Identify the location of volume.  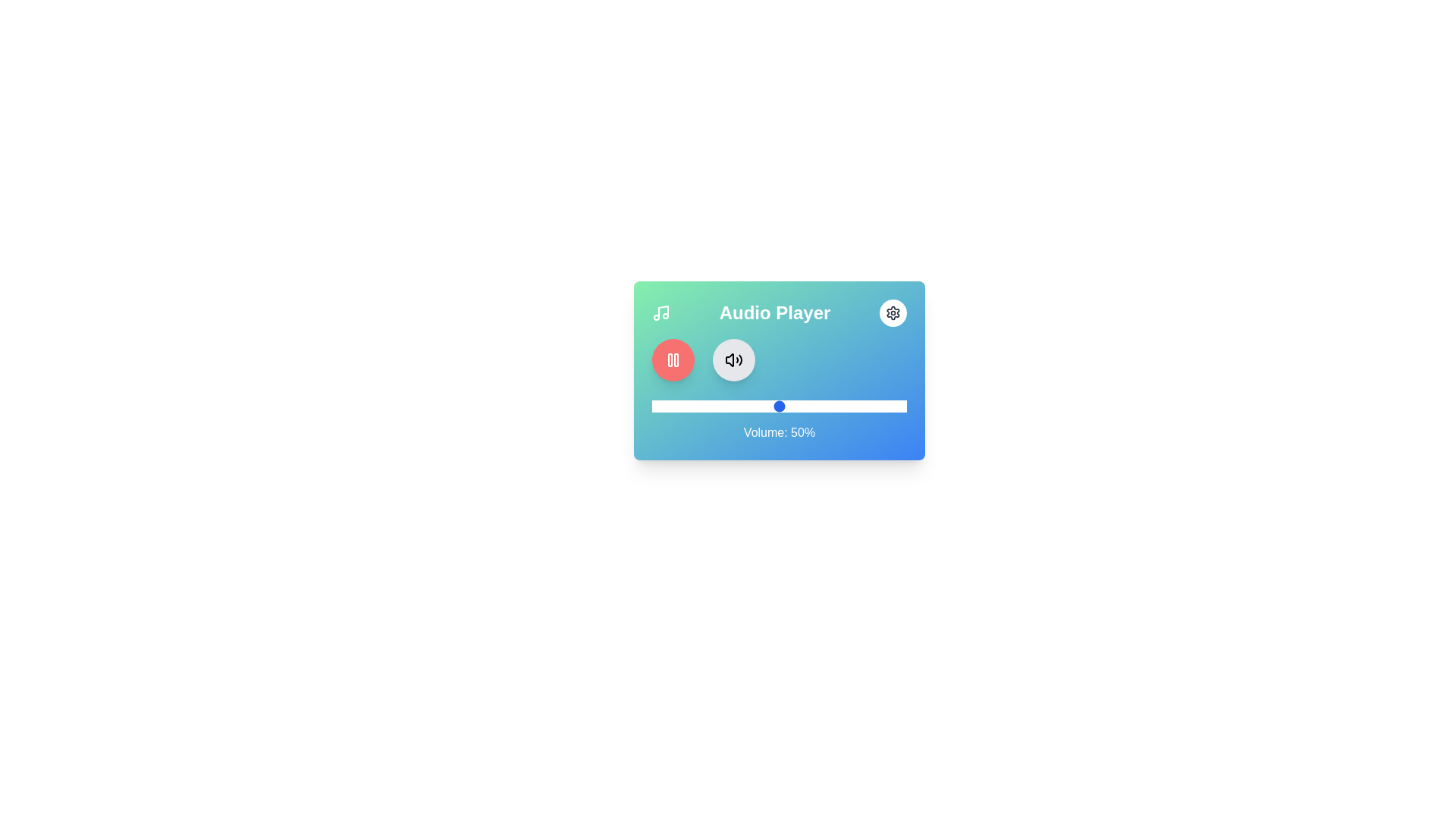
(687, 406).